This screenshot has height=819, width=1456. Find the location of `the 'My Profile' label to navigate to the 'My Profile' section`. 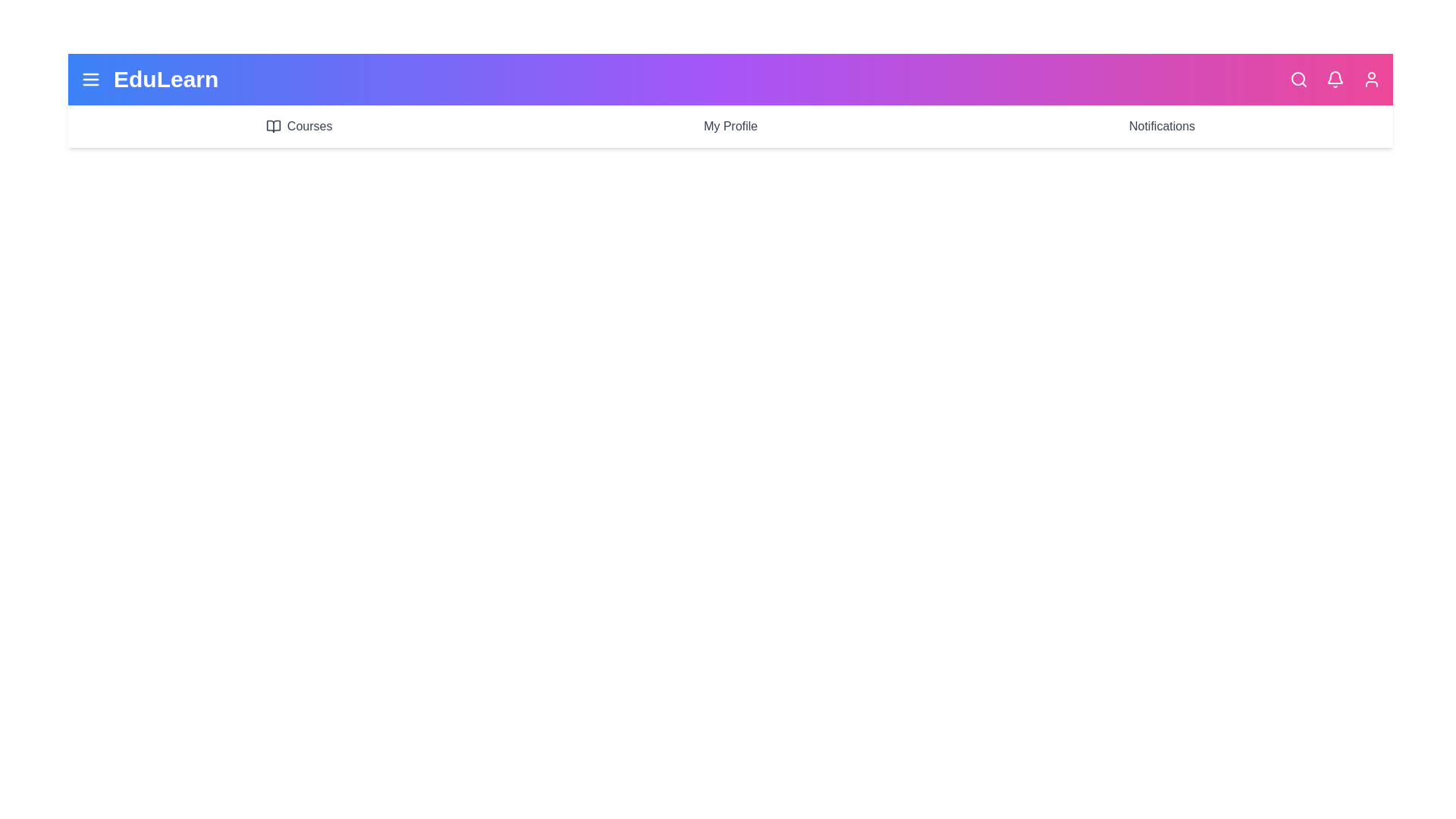

the 'My Profile' label to navigate to the 'My Profile' section is located at coordinates (730, 125).